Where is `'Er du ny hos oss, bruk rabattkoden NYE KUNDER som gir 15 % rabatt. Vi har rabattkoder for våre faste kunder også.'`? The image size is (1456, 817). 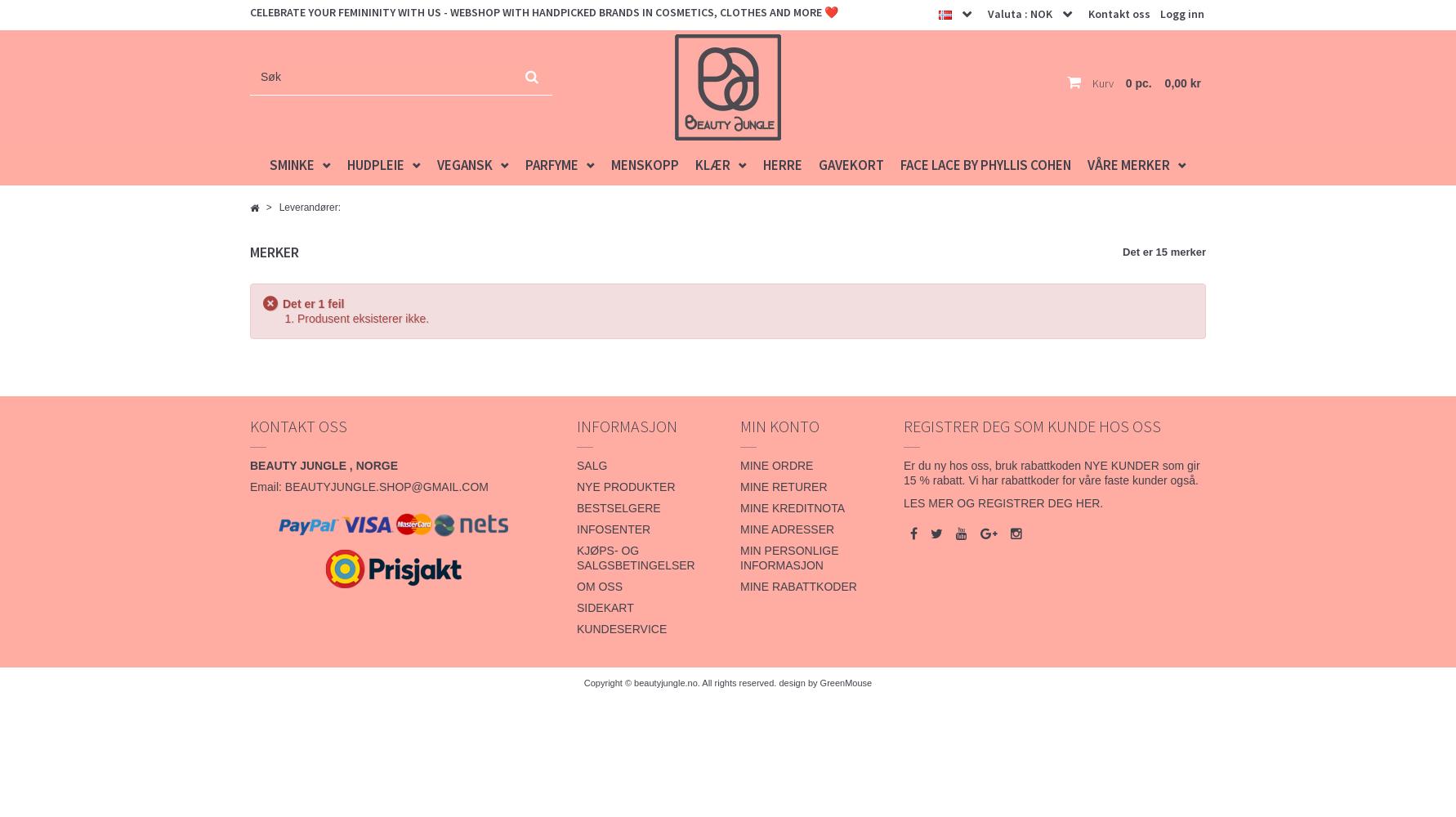 'Er du ny hos oss, bruk rabattkoden NYE KUNDER som gir 15 % rabatt. Vi har rabattkoder for våre faste kunder også.' is located at coordinates (1051, 472).